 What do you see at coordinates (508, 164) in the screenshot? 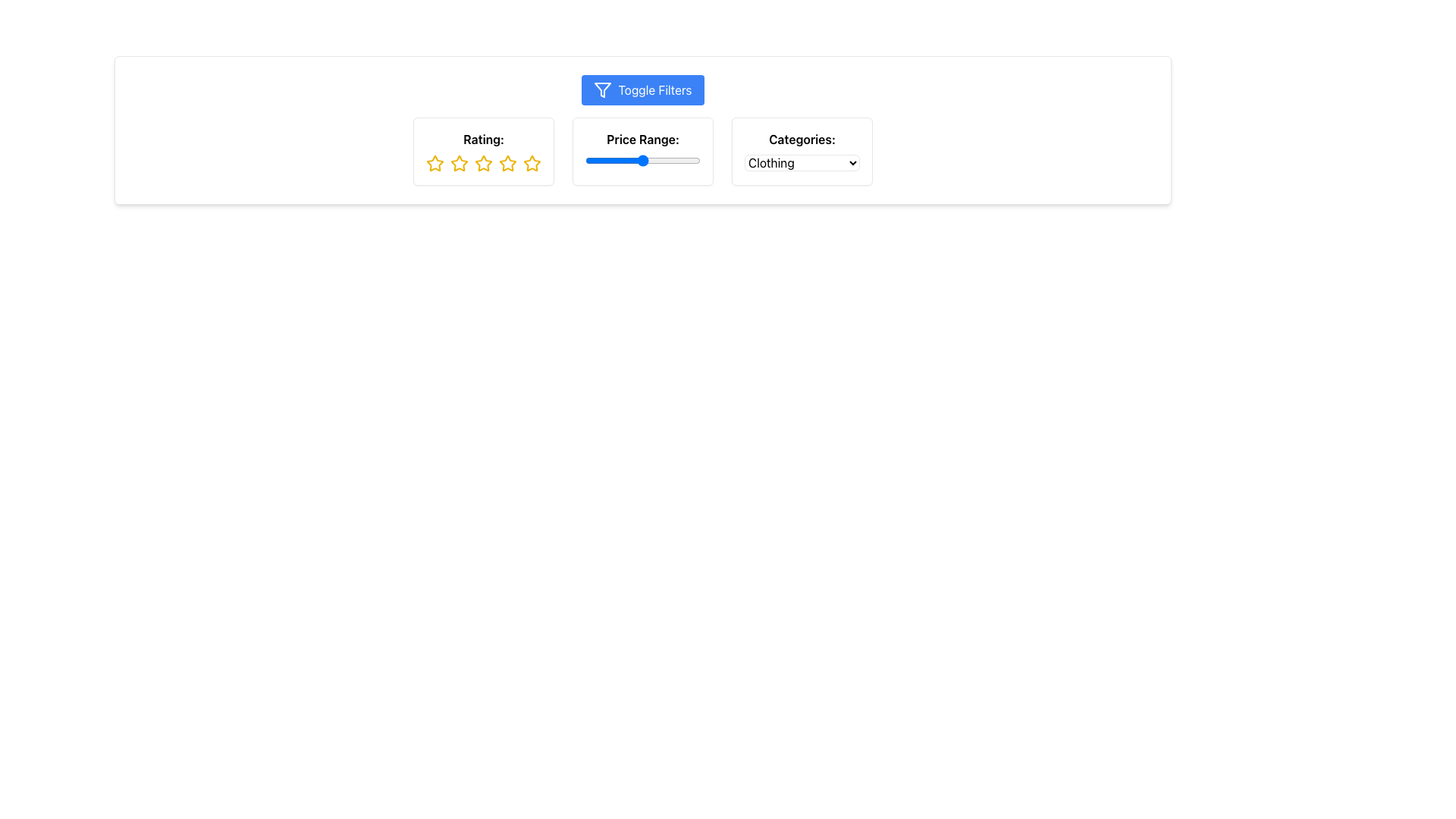
I see `the fourth yellow star icon in the rating section` at bounding box center [508, 164].